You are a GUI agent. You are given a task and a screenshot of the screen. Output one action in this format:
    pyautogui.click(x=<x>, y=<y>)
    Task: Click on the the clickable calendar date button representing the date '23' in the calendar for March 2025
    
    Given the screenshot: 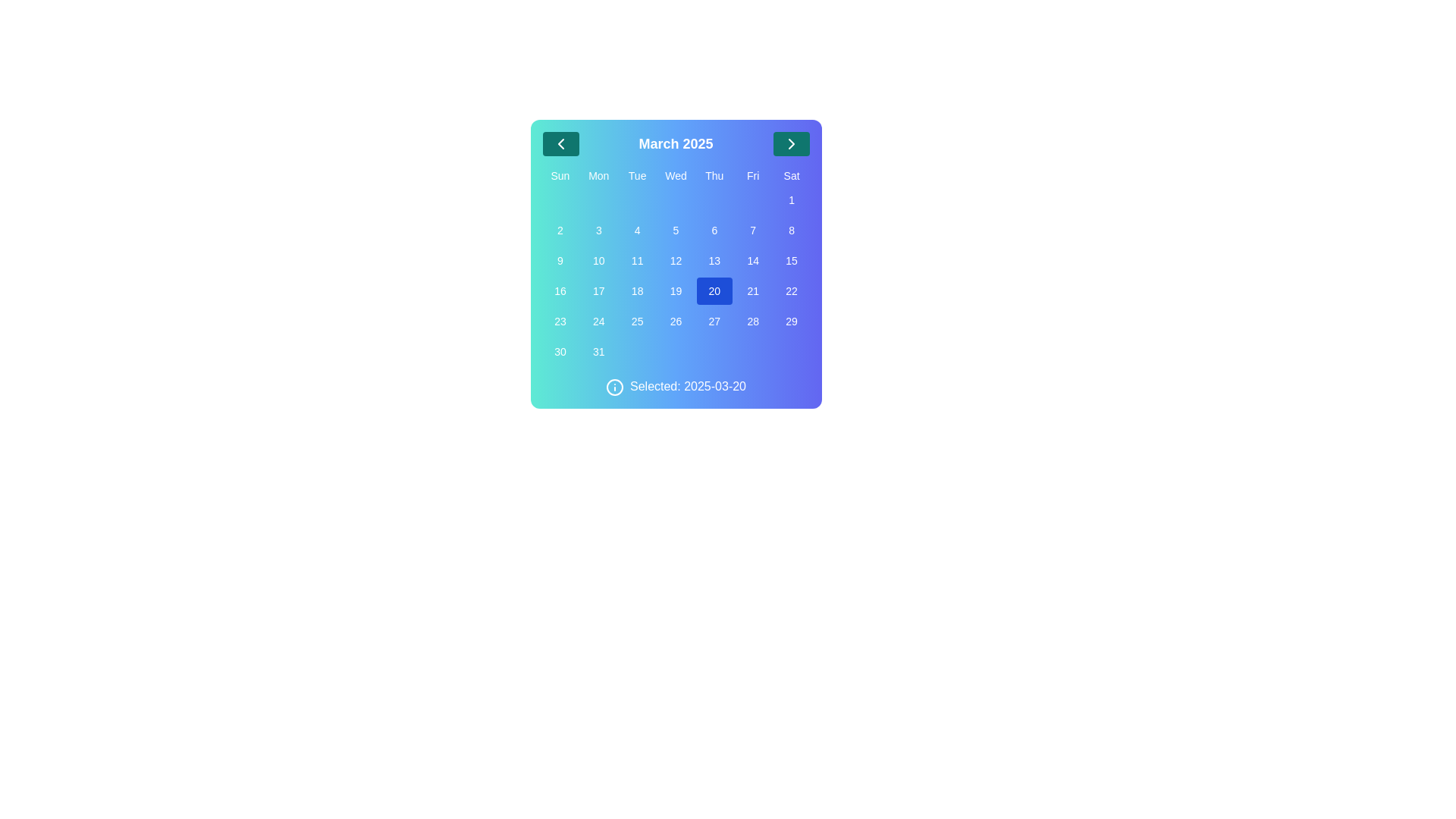 What is the action you would take?
    pyautogui.click(x=560, y=321)
    